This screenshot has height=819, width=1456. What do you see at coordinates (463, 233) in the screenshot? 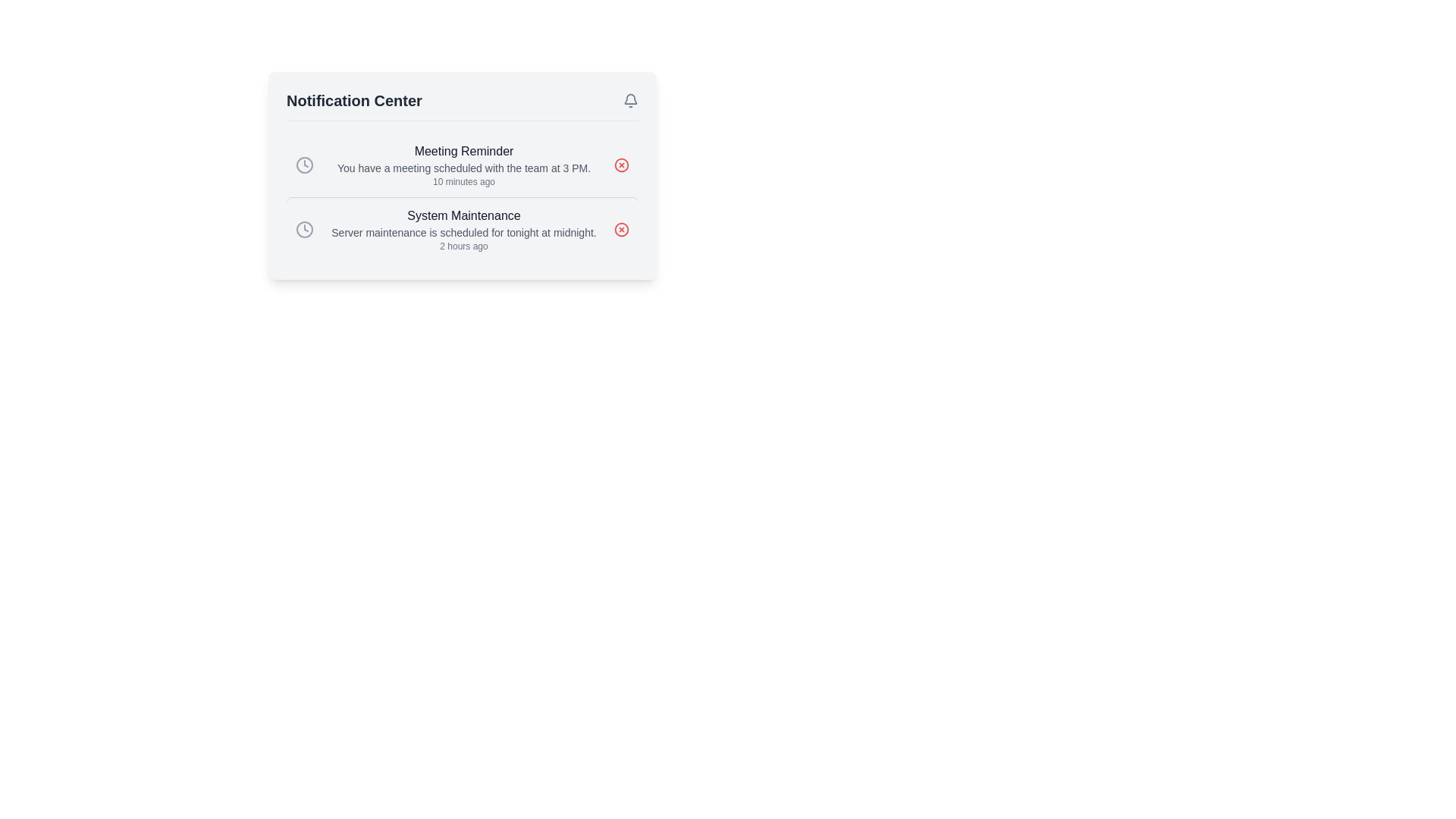
I see `text element that provides details about the server maintenance schedule, located between the title 'System Maintenance' and the timestamp '2 hours ago' in the 'Notification Center' panel` at bounding box center [463, 233].